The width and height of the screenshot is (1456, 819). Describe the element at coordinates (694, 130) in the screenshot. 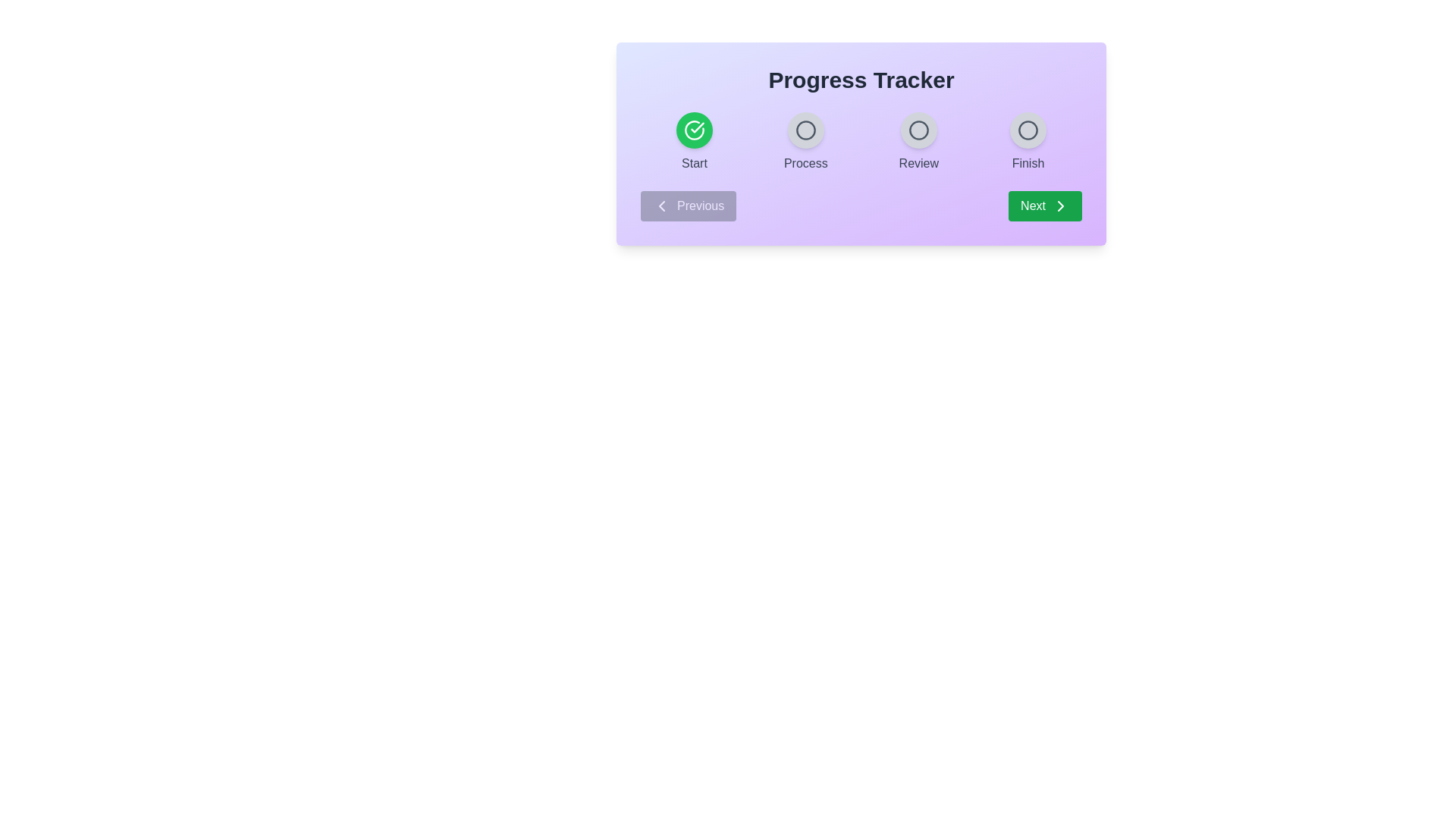

I see `the circular icon with a green background and white outline featuring a check mark symbol, located in the top-left part of the 'Progress Tracker' section` at that location.